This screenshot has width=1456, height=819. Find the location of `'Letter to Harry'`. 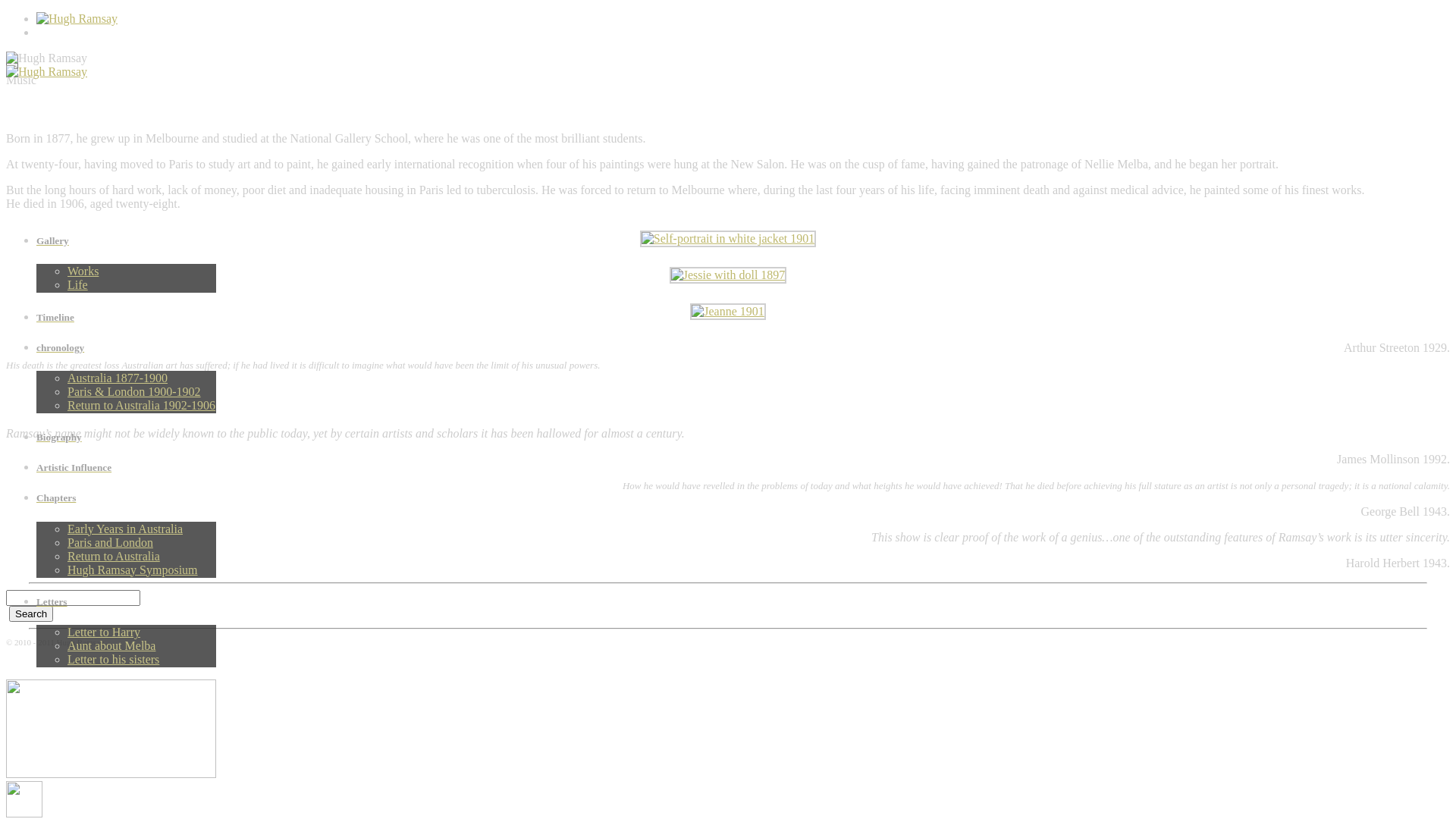

'Letter to Harry' is located at coordinates (103, 632).